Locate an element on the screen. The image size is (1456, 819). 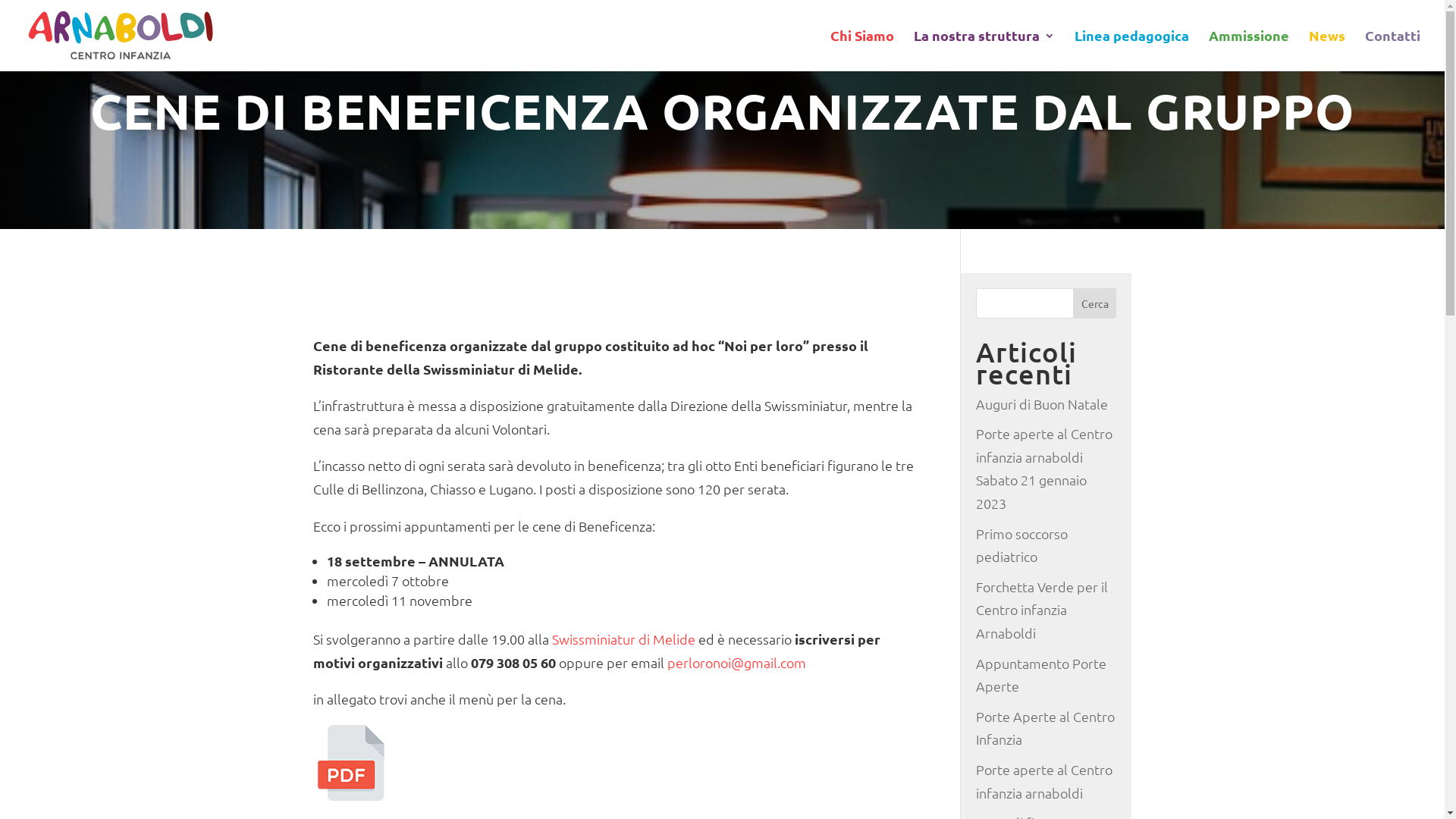
'Primo soccorso pediatrico' is located at coordinates (1021, 544).